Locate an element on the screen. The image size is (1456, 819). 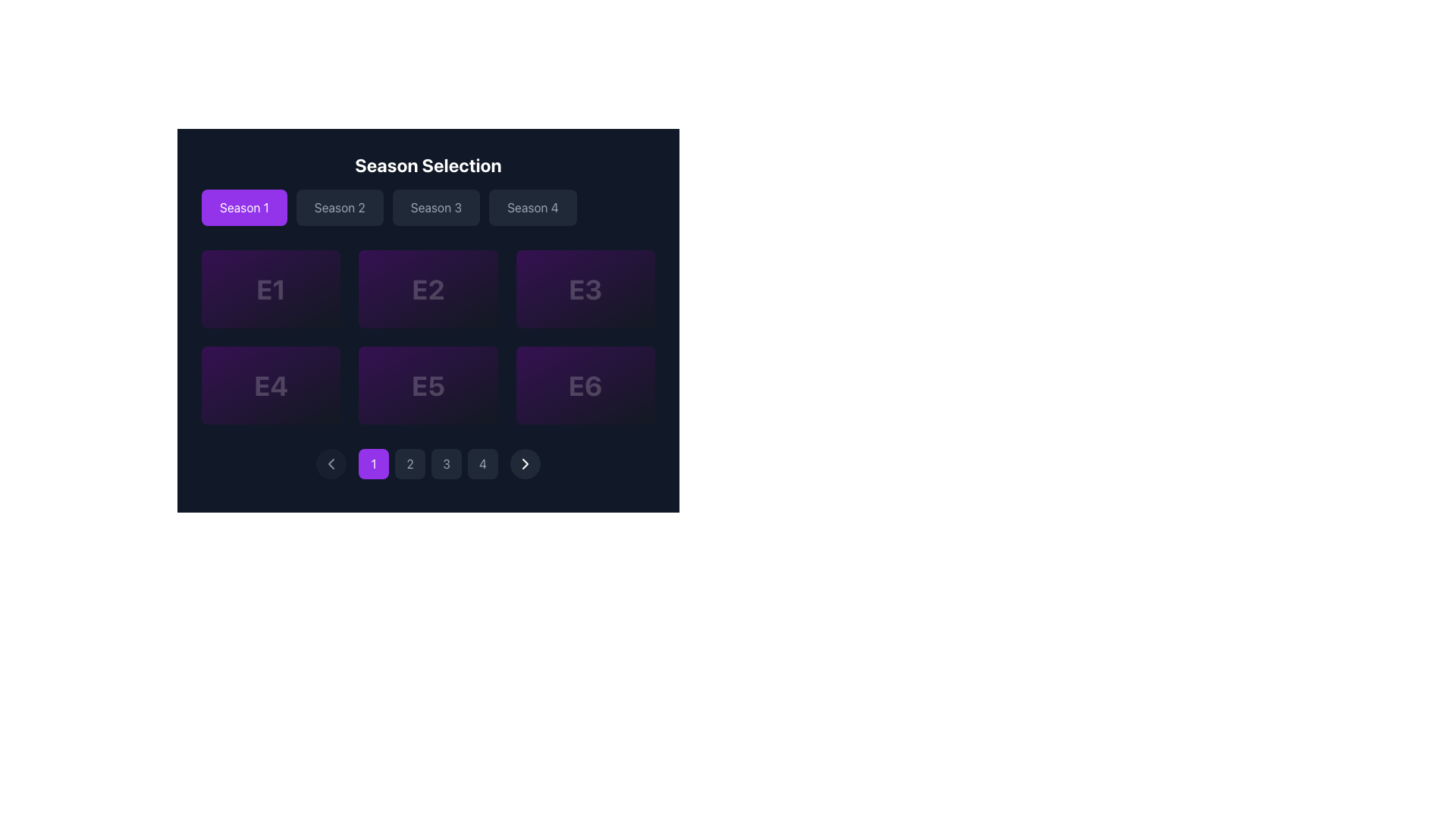
the card representing Episode 2, located as the second item in the top row of a three-row grid layout, to potentially reveal additional information is located at coordinates (428, 289).